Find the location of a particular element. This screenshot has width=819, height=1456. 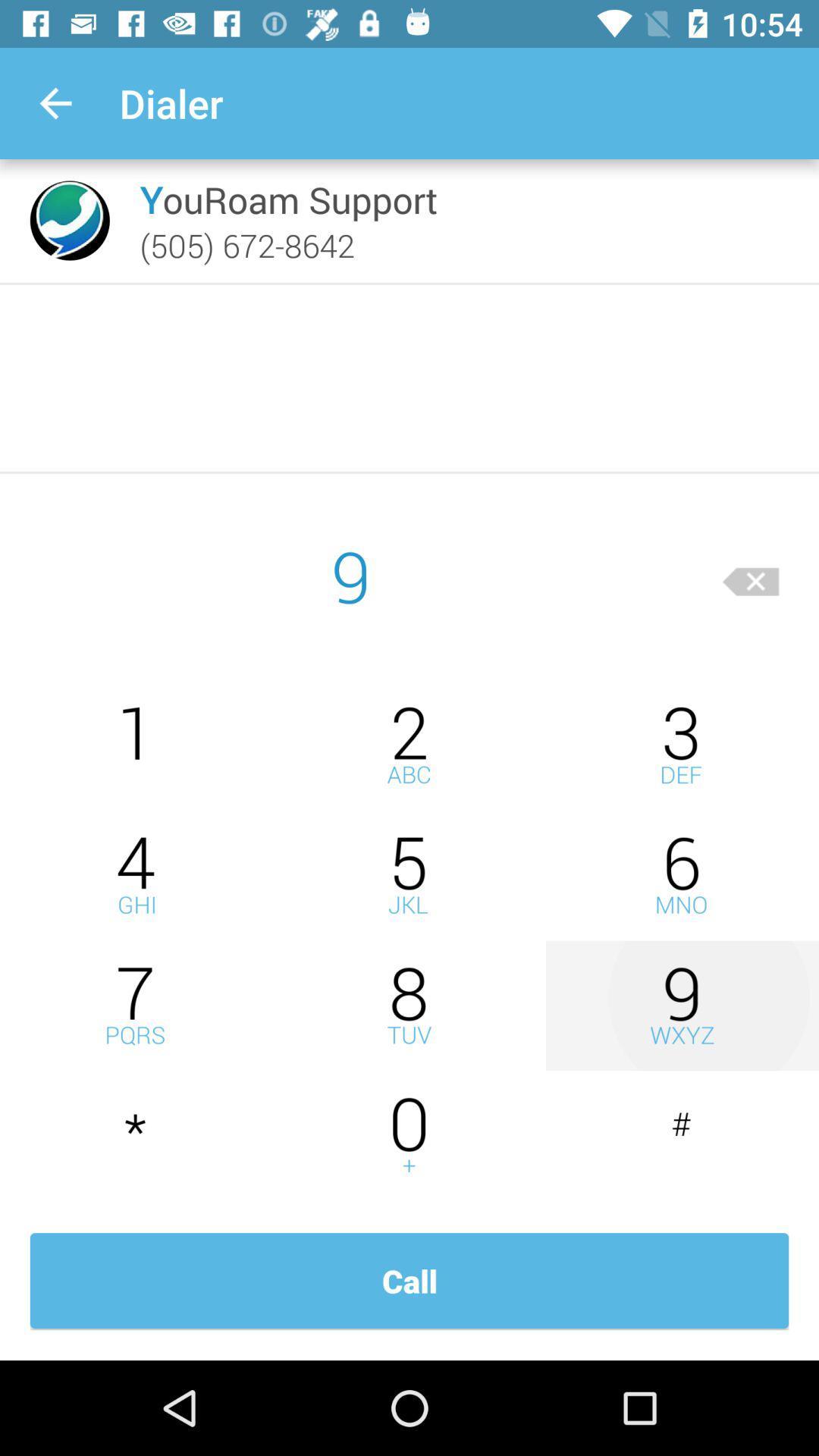

icon next to the youroam support item is located at coordinates (70, 220).